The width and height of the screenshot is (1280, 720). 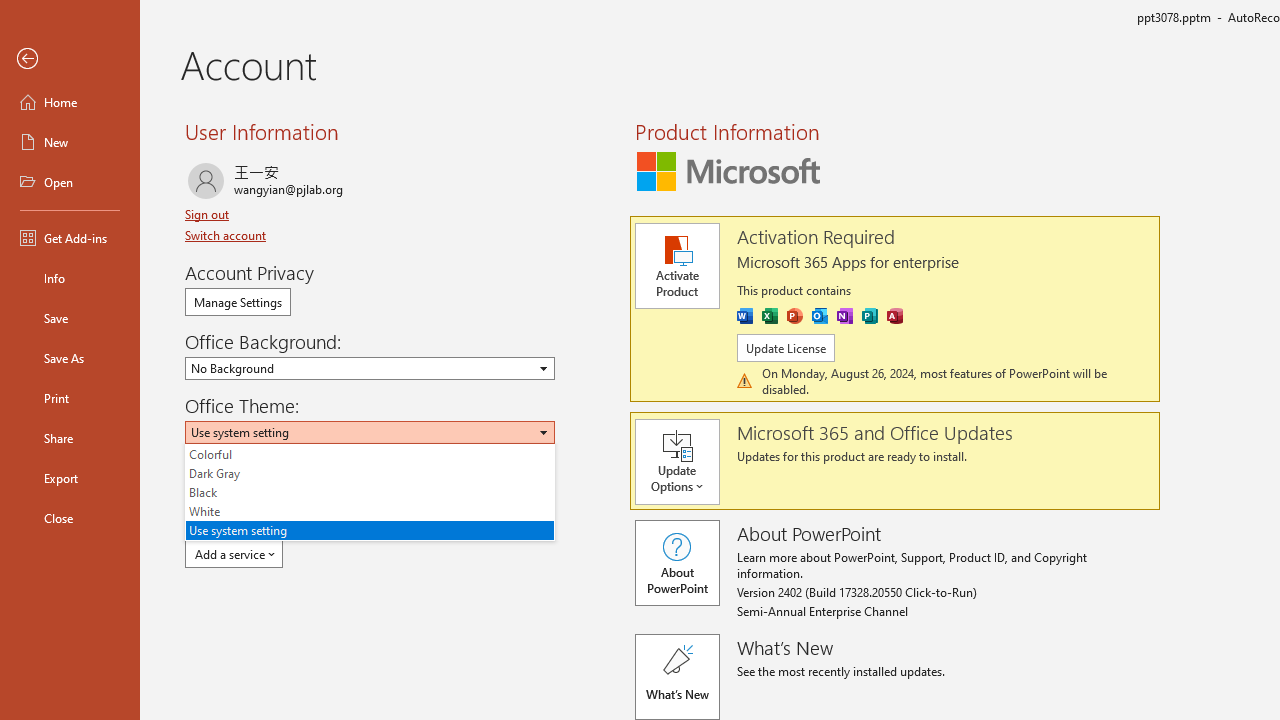 What do you see at coordinates (238, 302) in the screenshot?
I see `'Manage Settings'` at bounding box center [238, 302].